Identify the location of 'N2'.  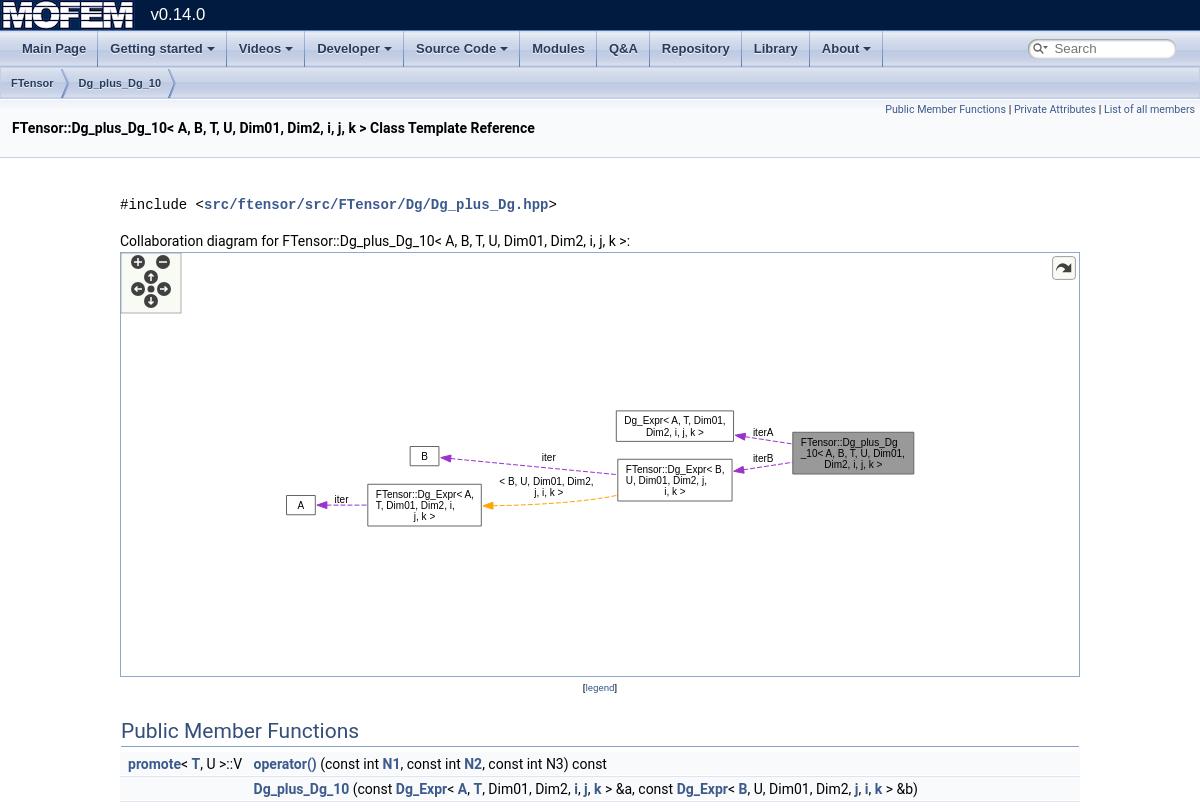
(472, 762).